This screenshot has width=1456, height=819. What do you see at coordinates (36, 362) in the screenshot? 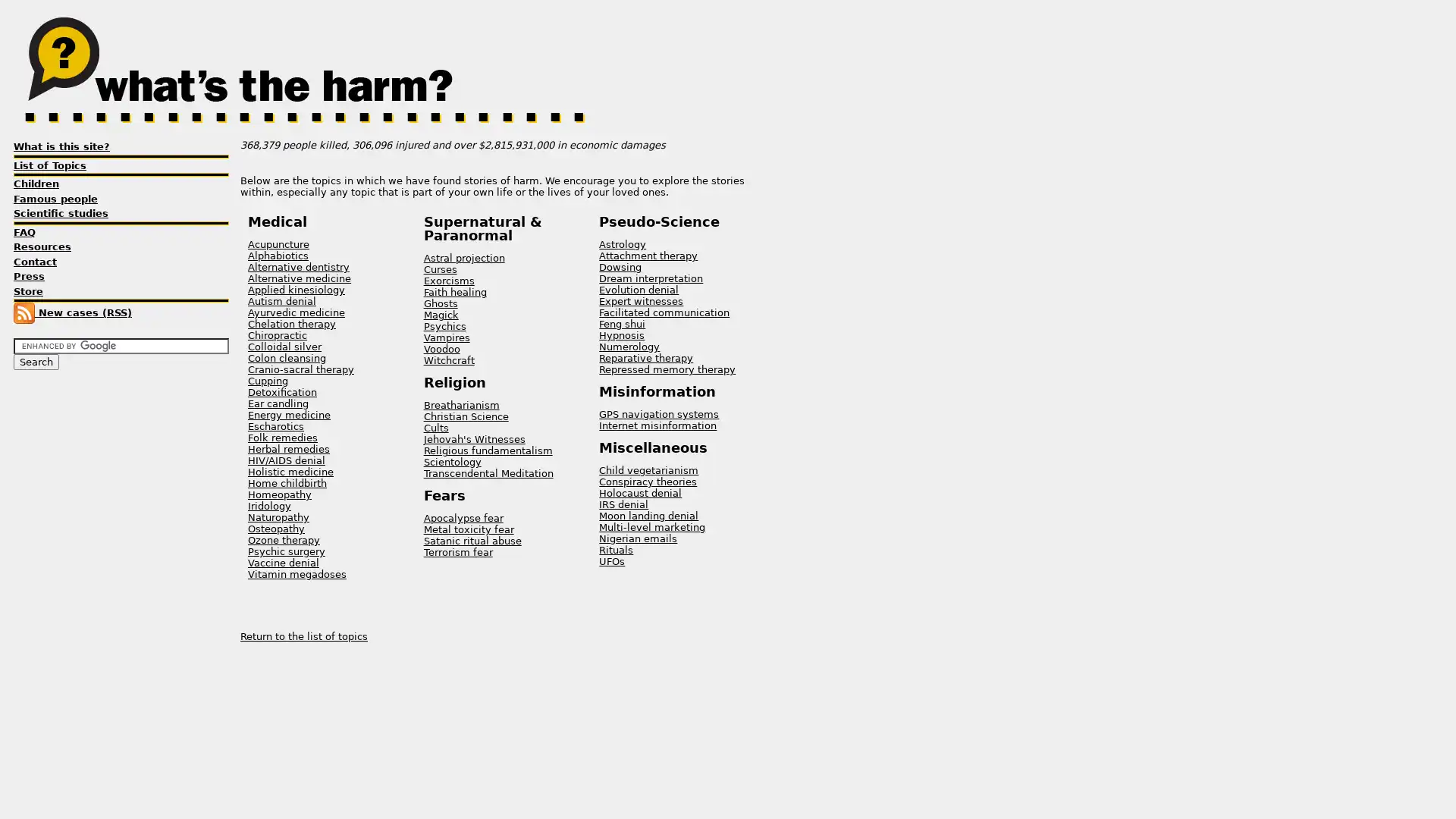
I see `Search` at bounding box center [36, 362].